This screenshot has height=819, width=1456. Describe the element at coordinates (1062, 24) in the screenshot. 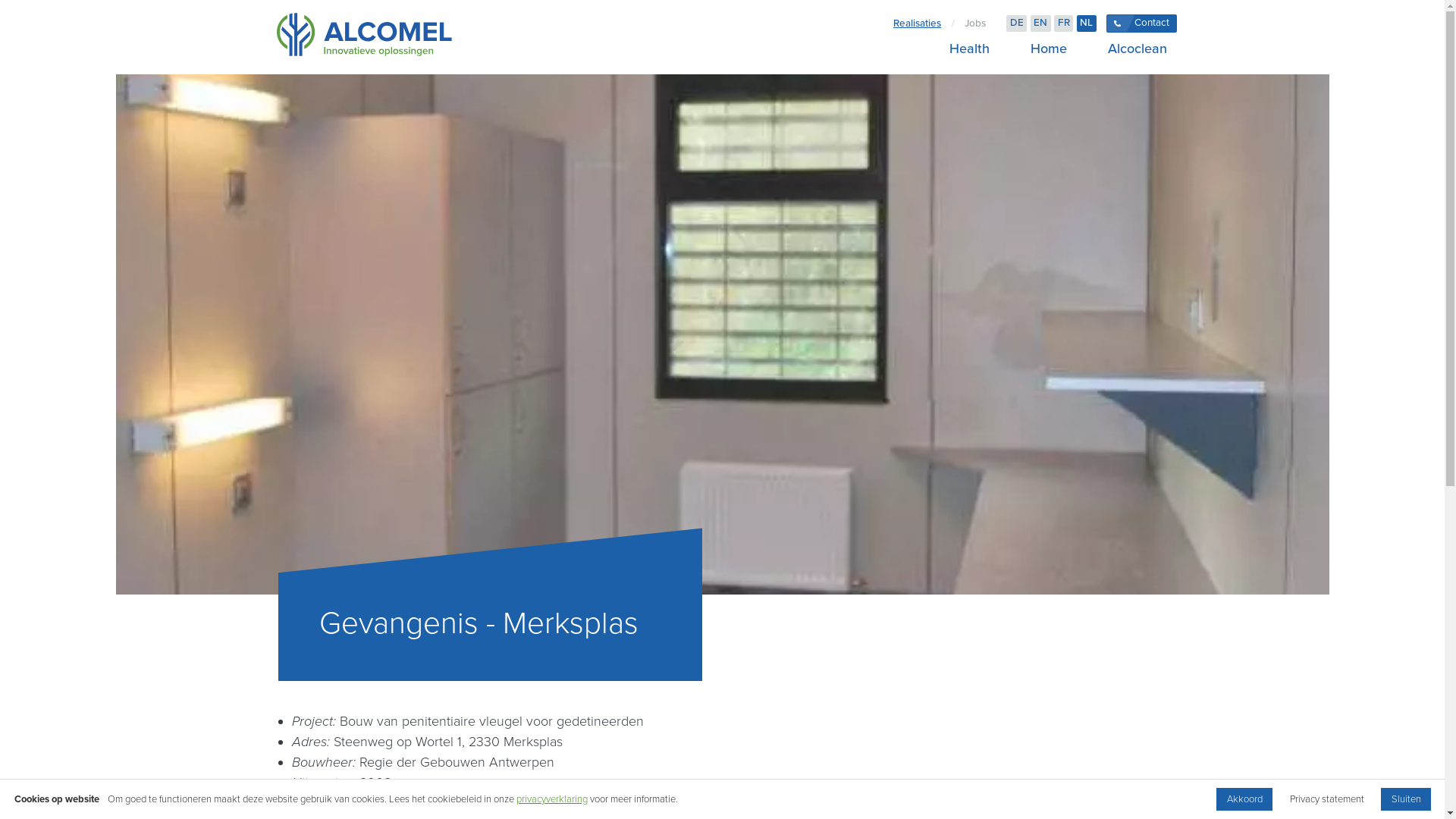

I see `'FR'` at that location.